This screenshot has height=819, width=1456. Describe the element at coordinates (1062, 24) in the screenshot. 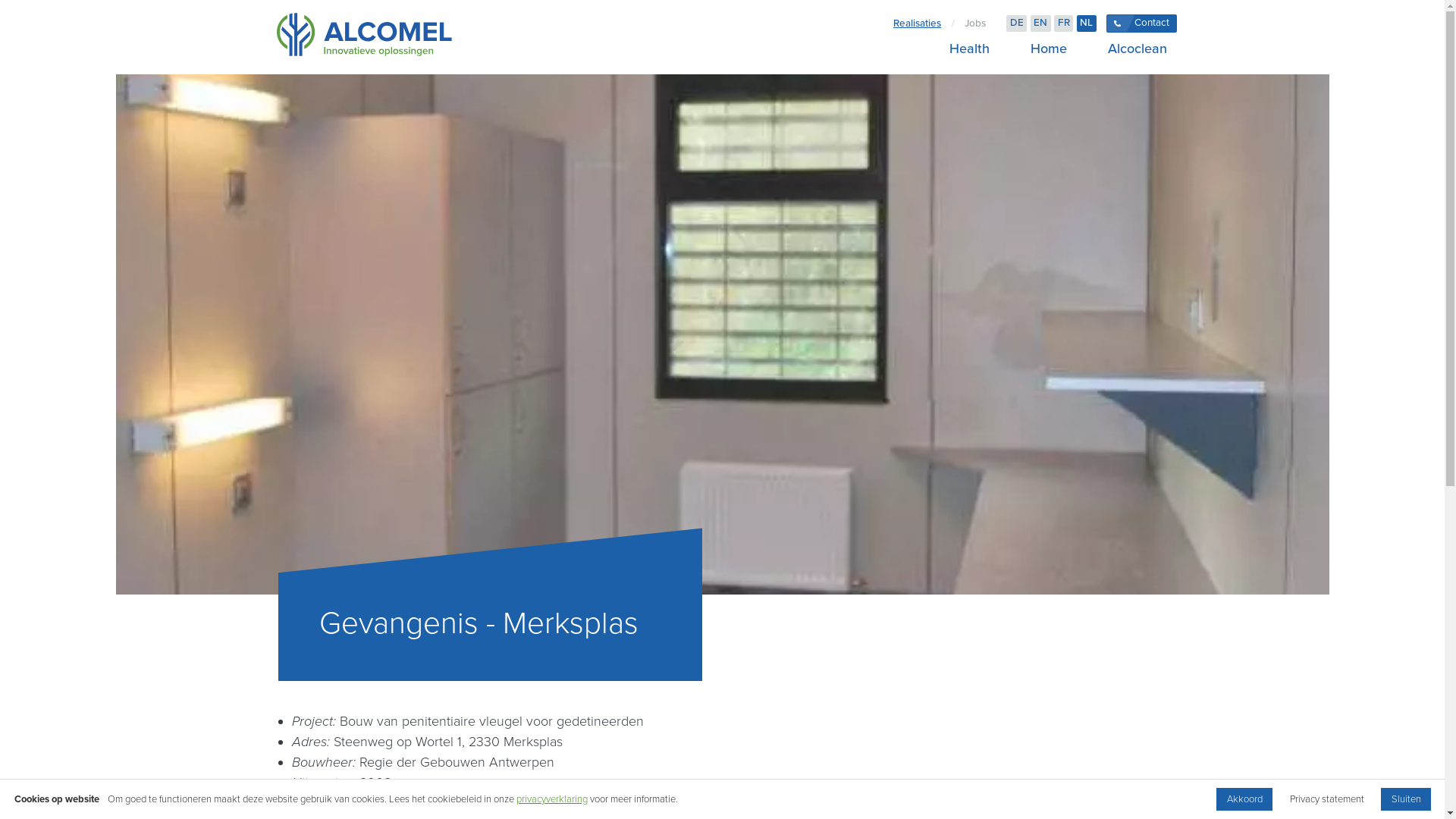

I see `'FR'` at that location.